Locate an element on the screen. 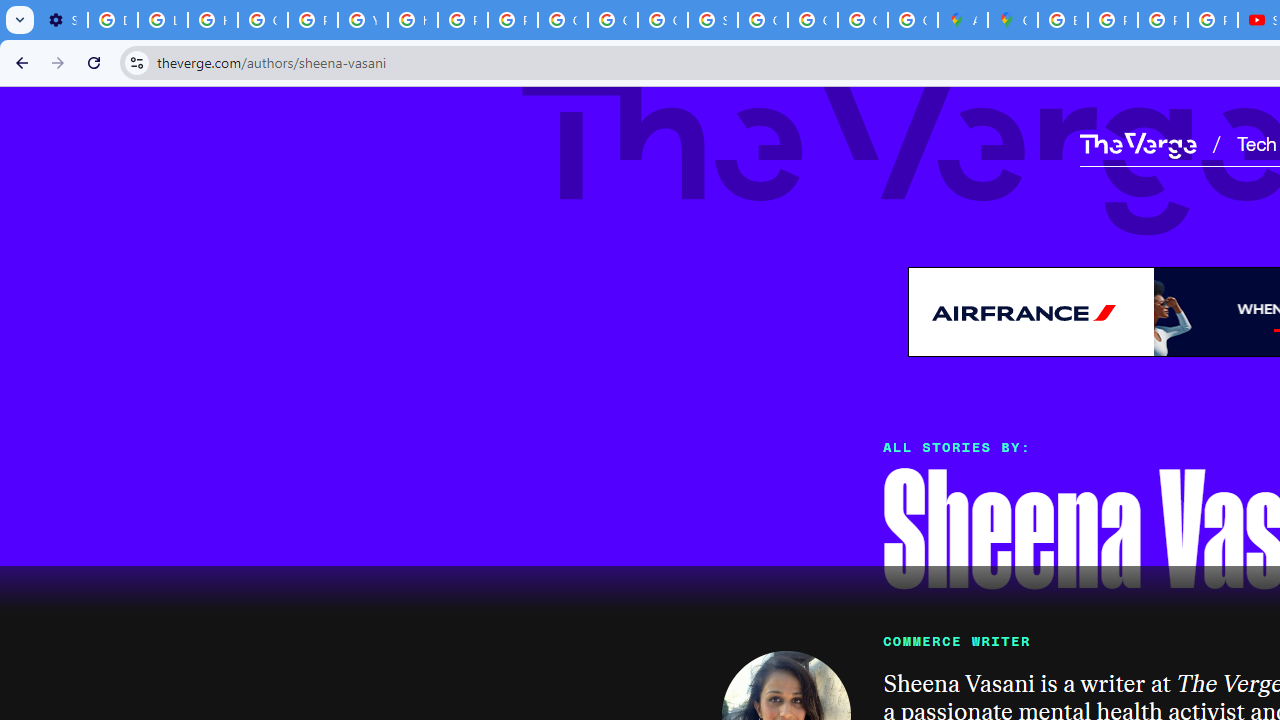  'The Verge' is located at coordinates (1137, 144).